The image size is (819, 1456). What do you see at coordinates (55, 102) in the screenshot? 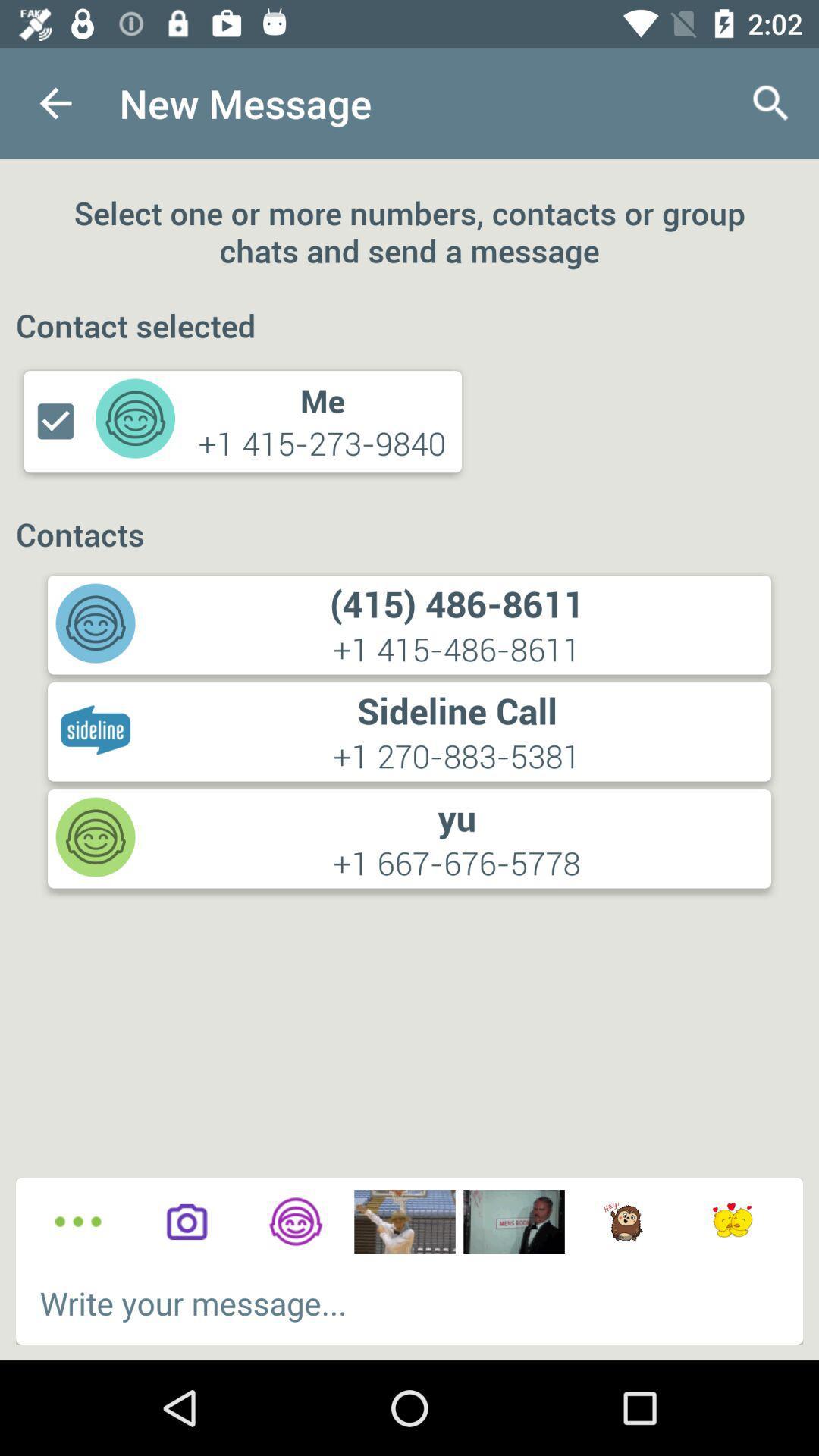
I see `the icon above the select one or item` at bounding box center [55, 102].